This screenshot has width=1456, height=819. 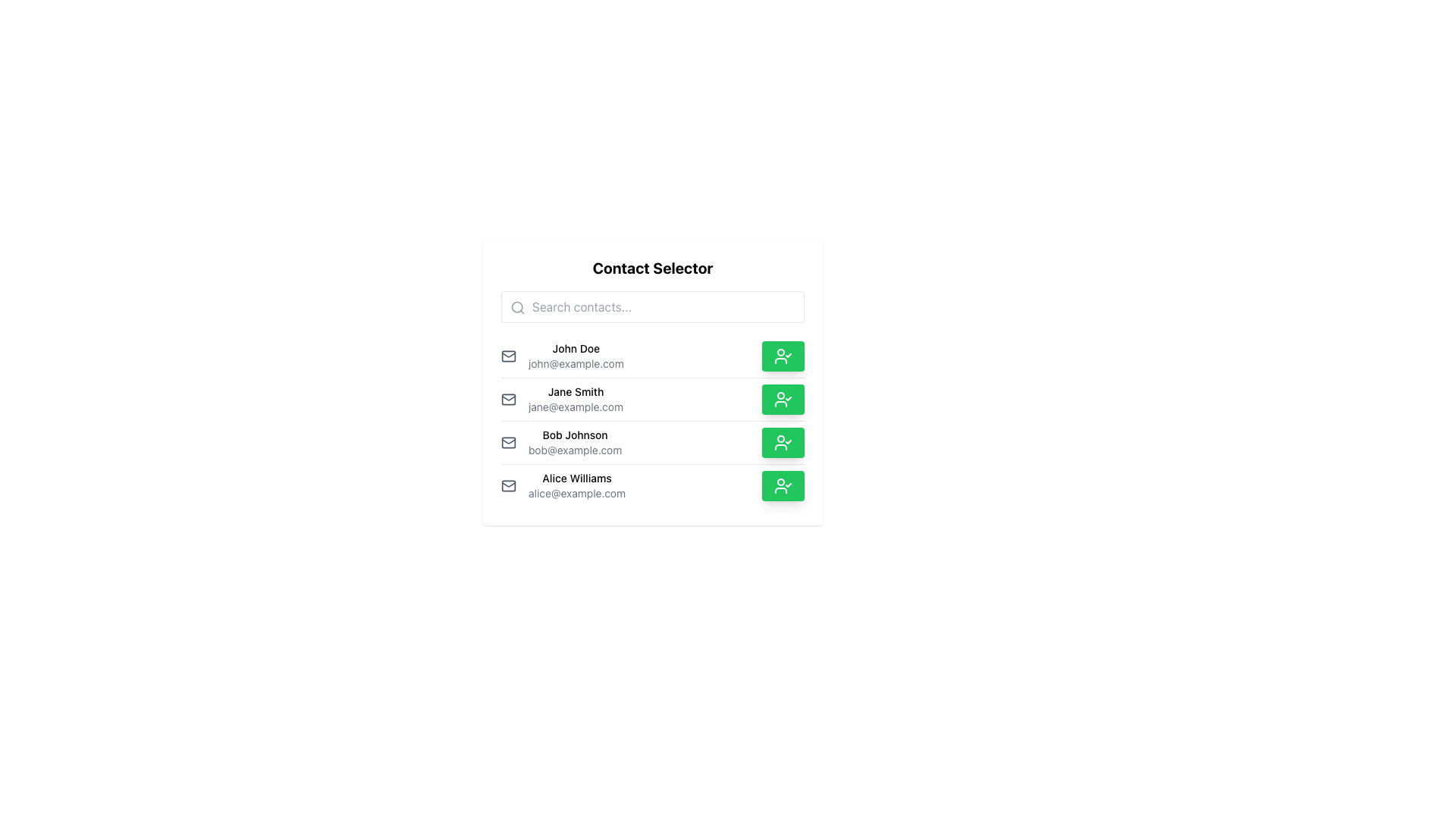 What do you see at coordinates (783, 399) in the screenshot?
I see `the button that triggers the action for confirming the contact 'Jane Smith', located to the far right of her row in the contact list` at bounding box center [783, 399].